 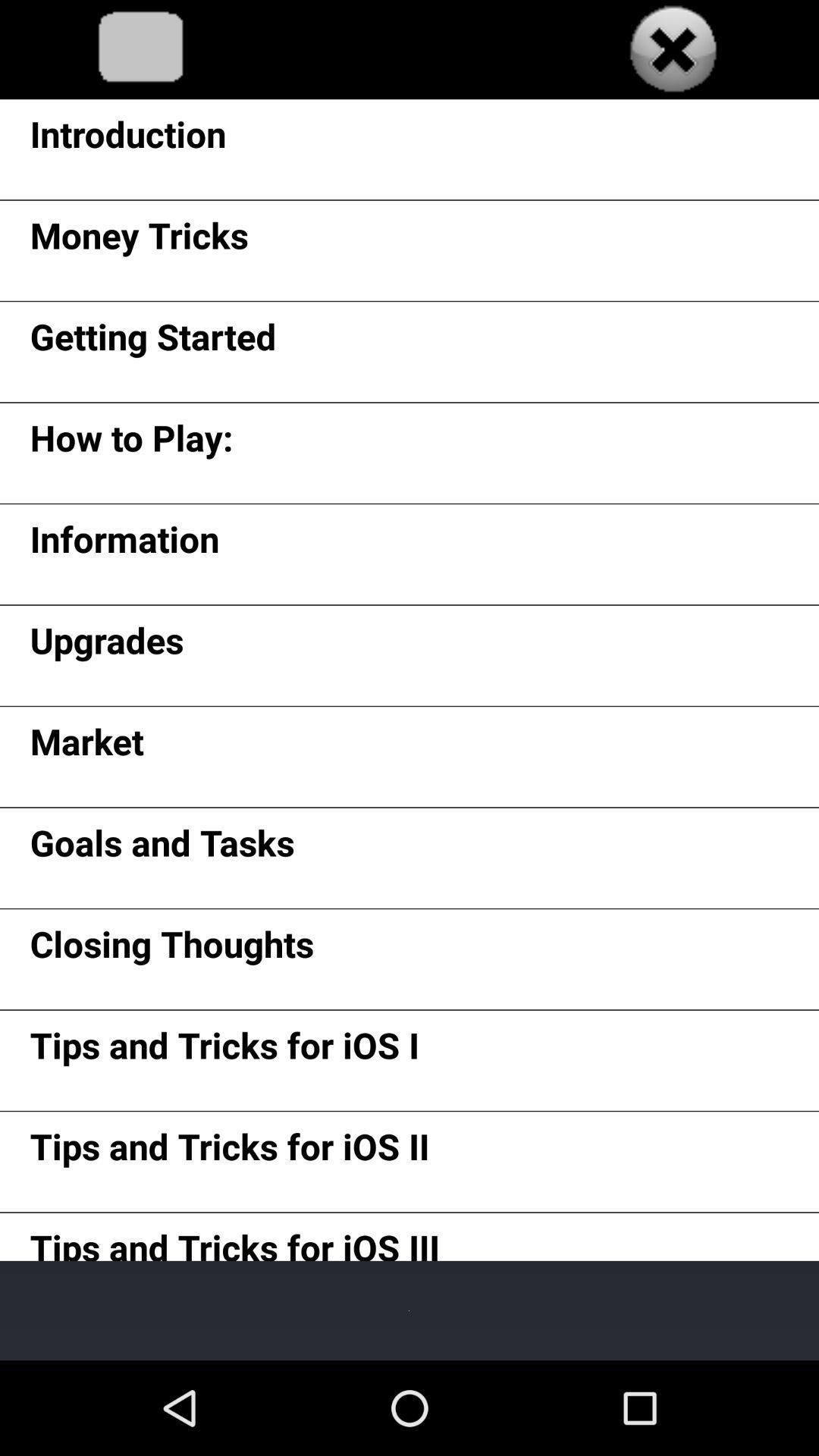 What do you see at coordinates (408, 1310) in the screenshot?
I see `item below tips and tricks item` at bounding box center [408, 1310].